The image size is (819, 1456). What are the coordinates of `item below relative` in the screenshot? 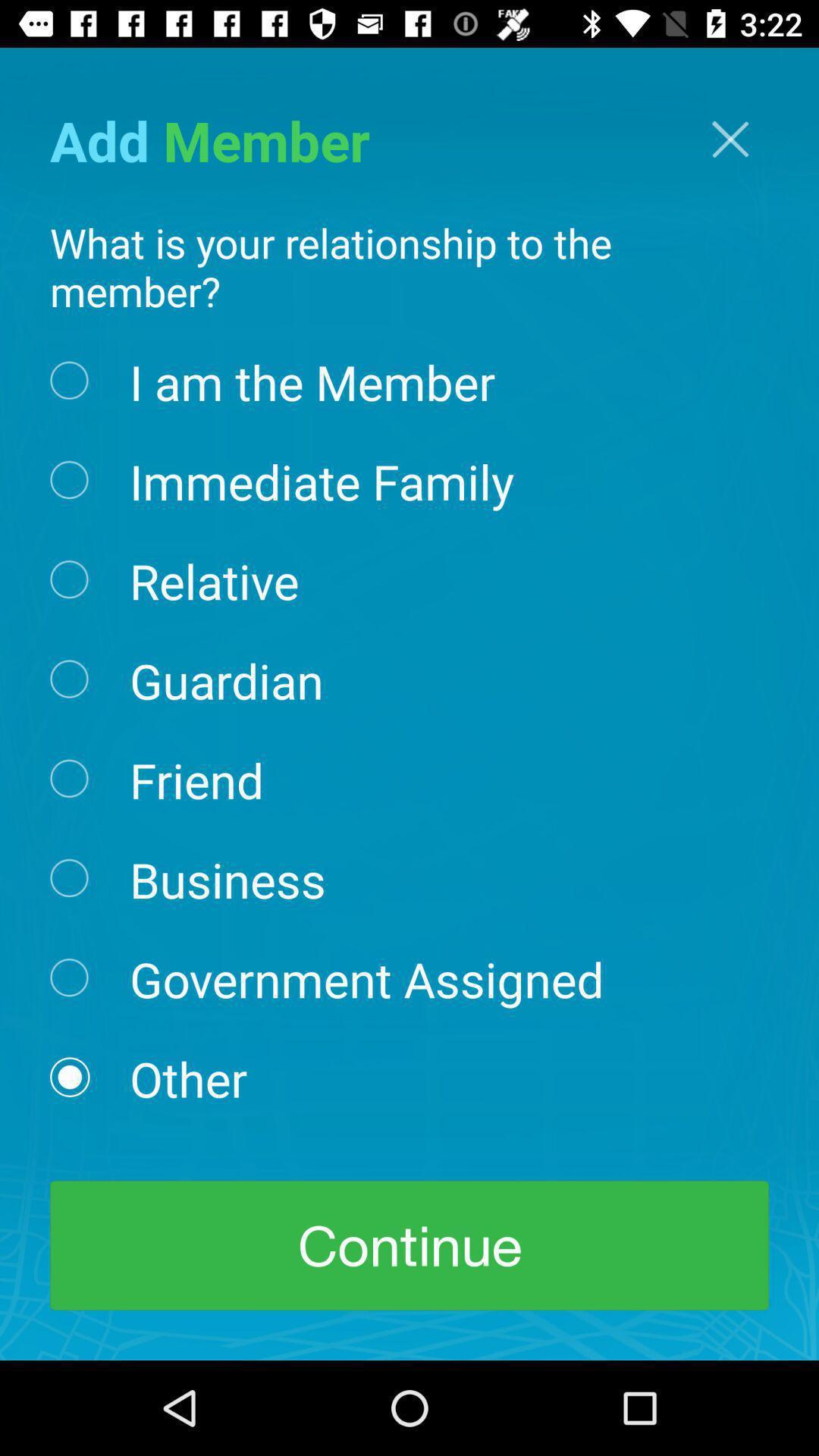 It's located at (226, 679).